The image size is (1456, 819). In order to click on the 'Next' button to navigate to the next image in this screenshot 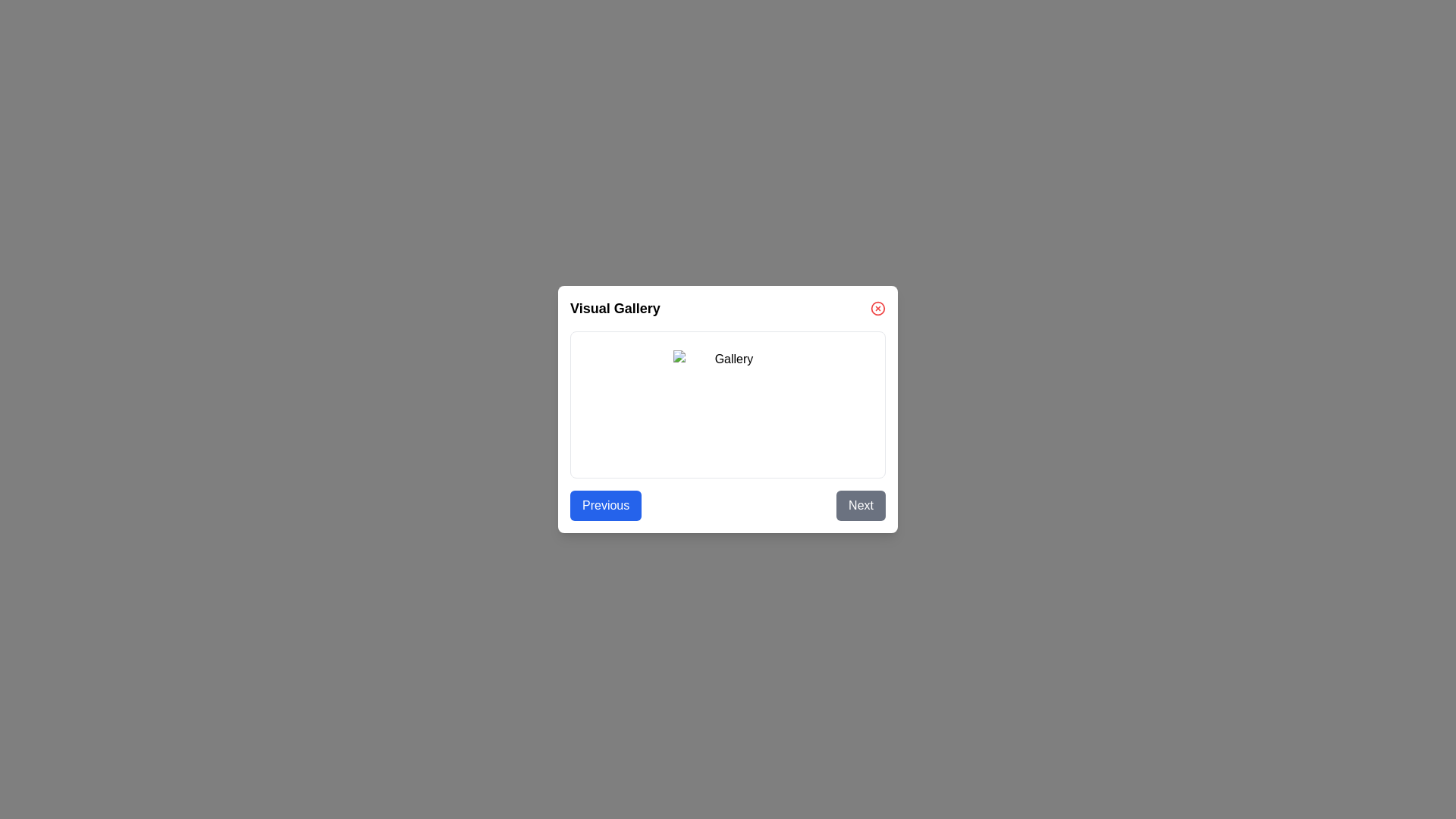, I will do `click(860, 506)`.